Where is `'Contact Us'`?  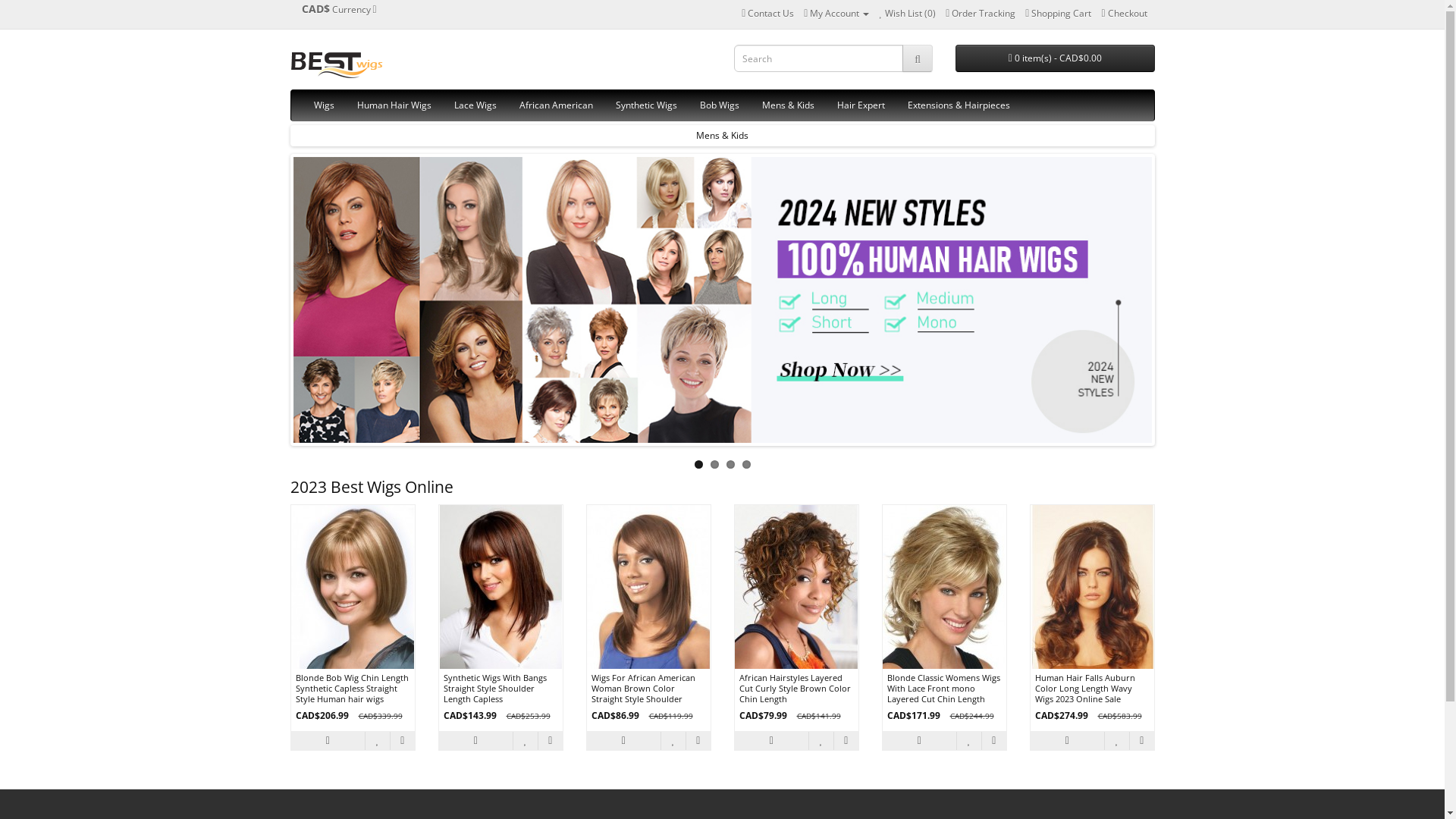 'Contact Us' is located at coordinates (767, 13).